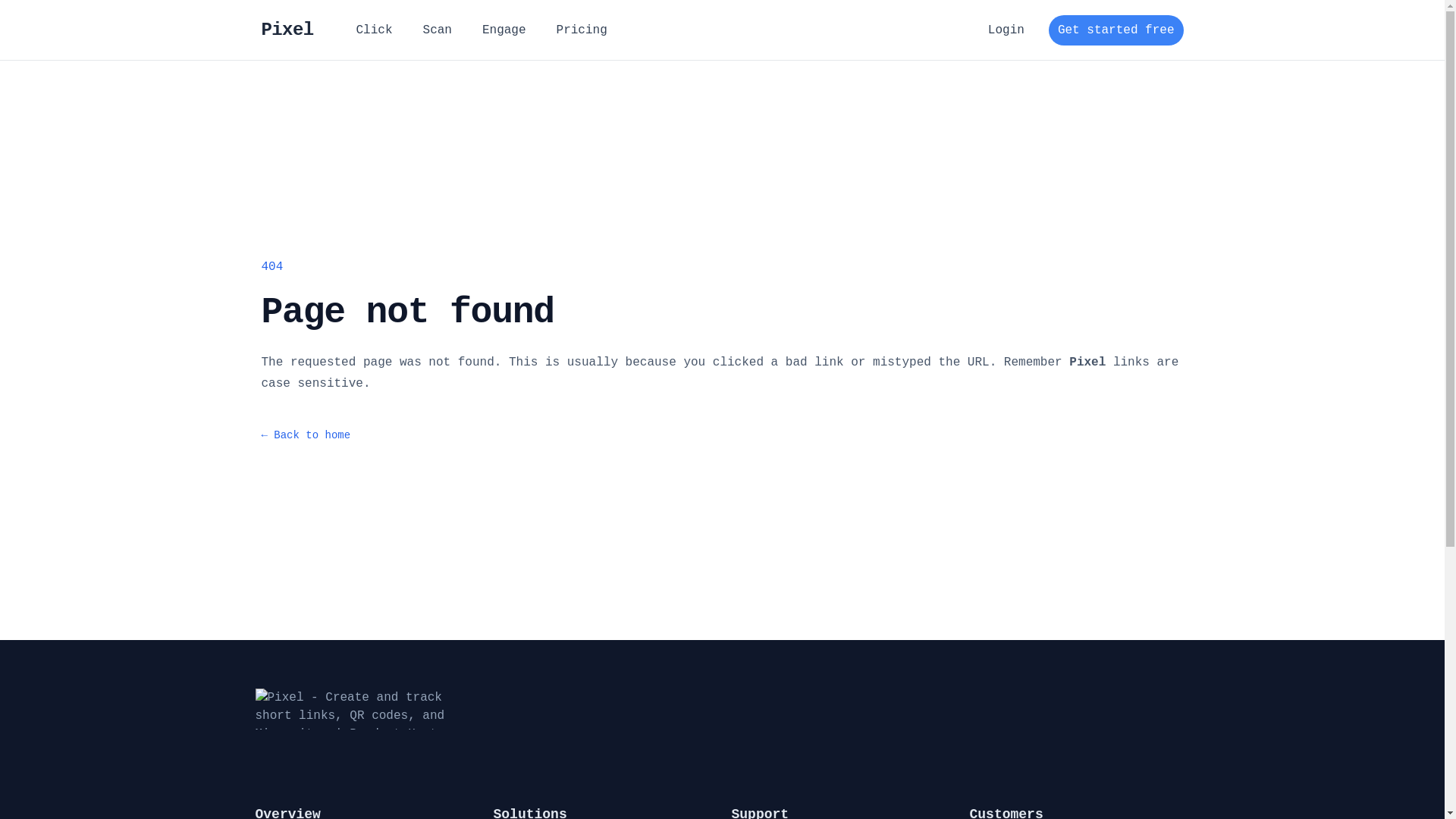 The width and height of the screenshot is (1456, 819). What do you see at coordinates (581, 30) in the screenshot?
I see `'Pricing'` at bounding box center [581, 30].